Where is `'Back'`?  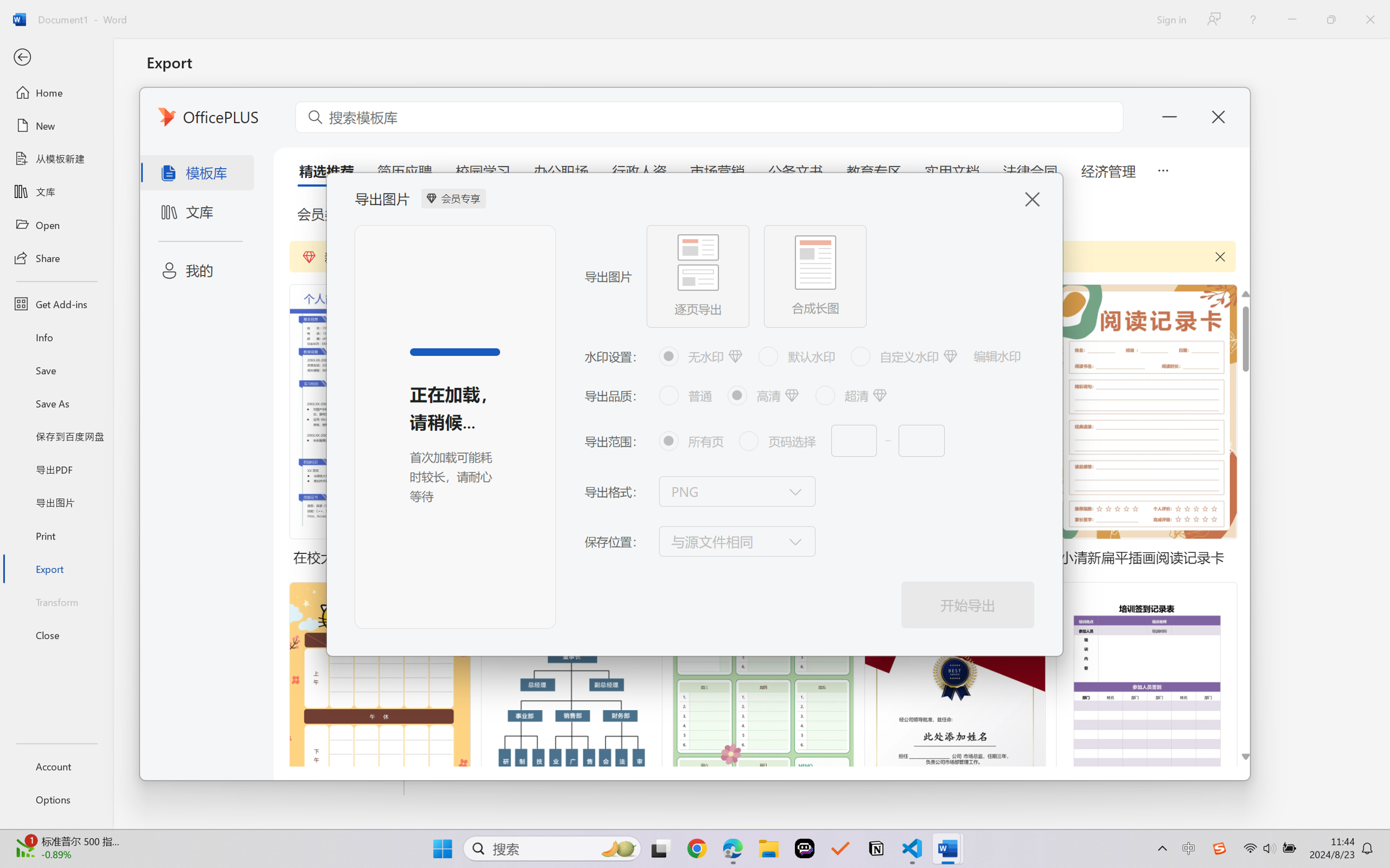
'Back' is located at coordinates (56, 57).